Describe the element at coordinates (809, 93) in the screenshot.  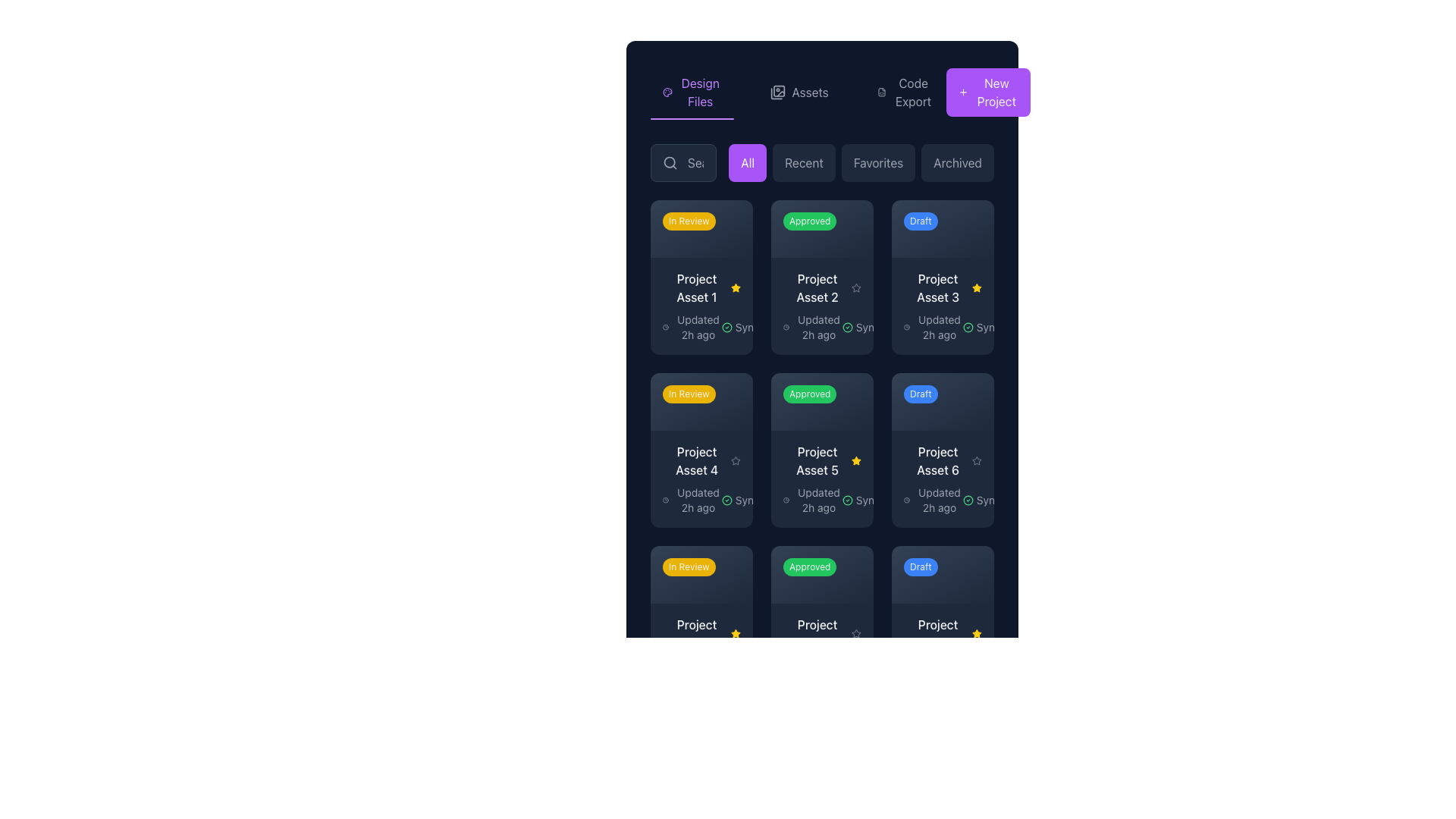
I see `label of the text navigation item displaying 'Assets' located in the toolbar at the top of the interface` at that location.